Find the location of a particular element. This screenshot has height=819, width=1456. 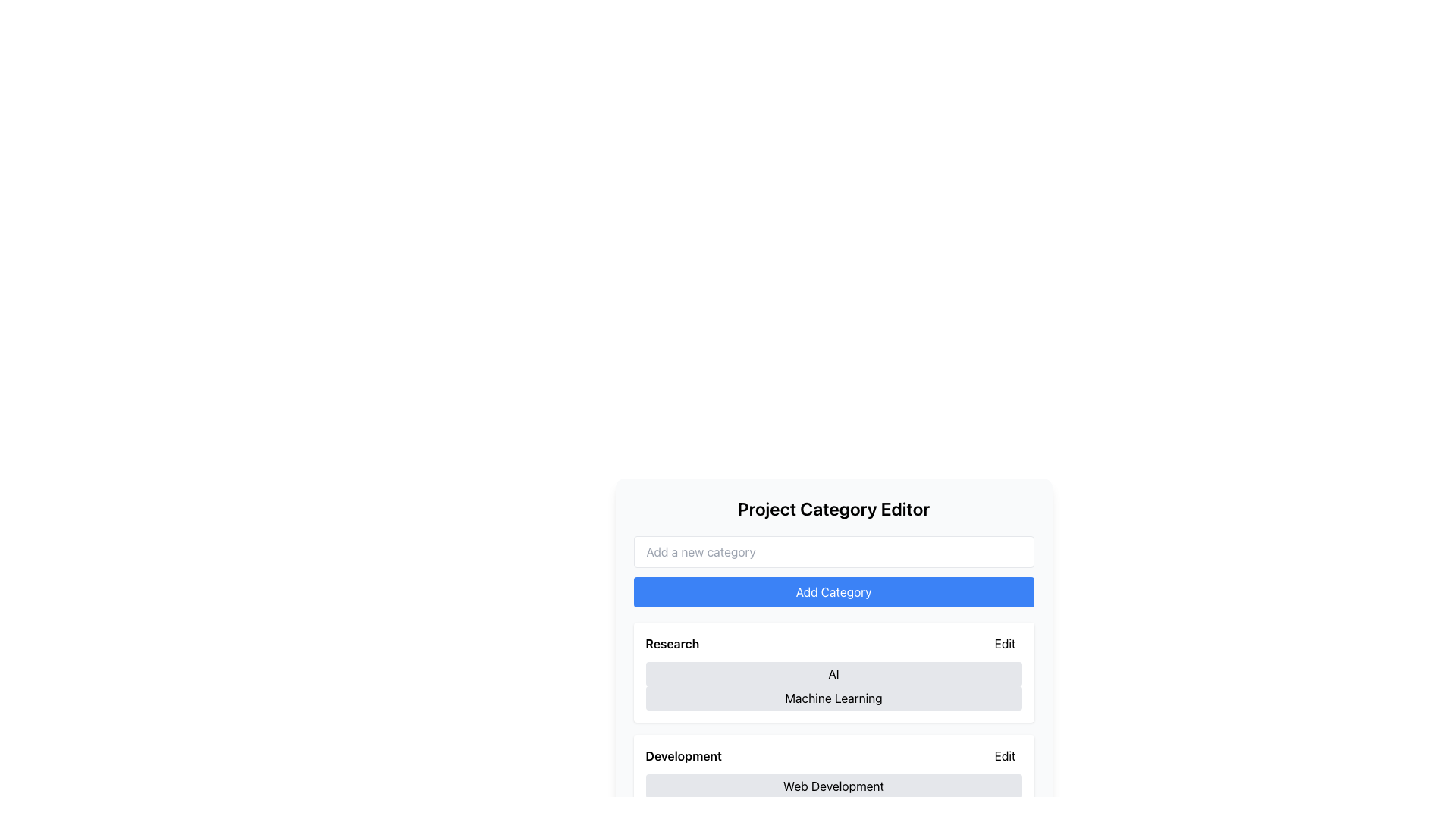

the interactive 'Edit' button-like text element located on the right side of the 'Development' section is located at coordinates (1008, 755).